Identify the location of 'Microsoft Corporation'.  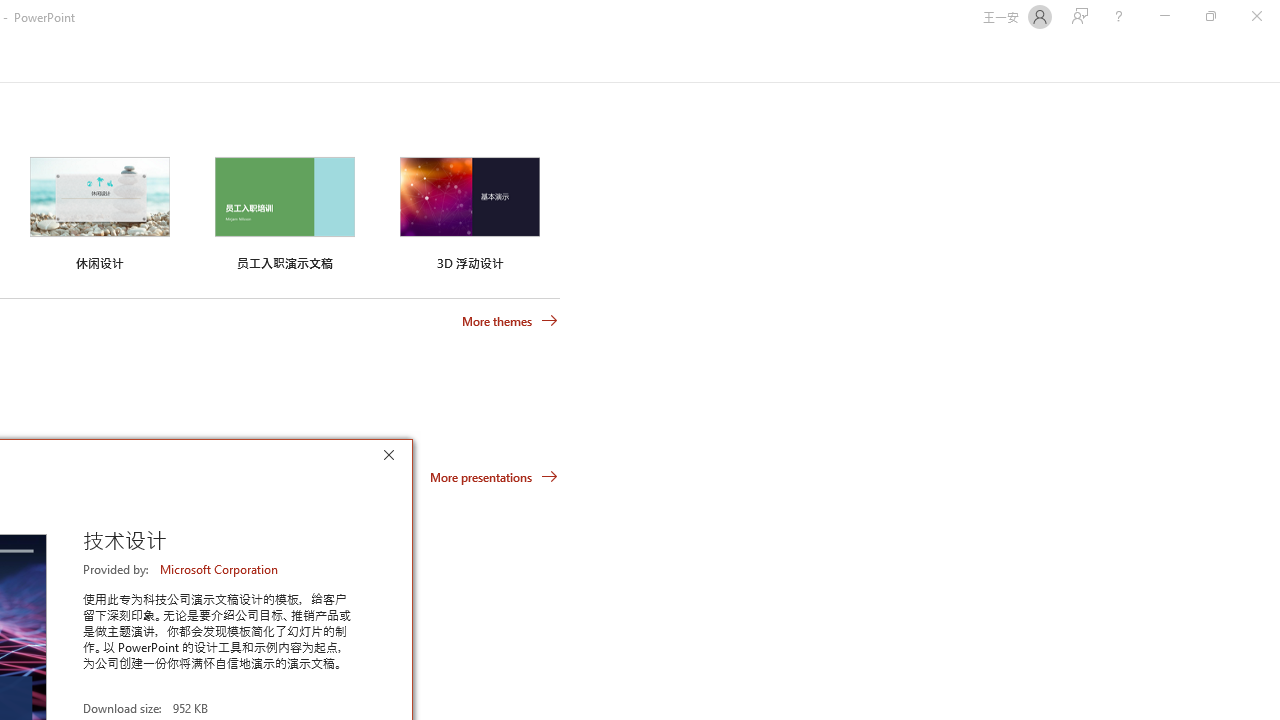
(220, 569).